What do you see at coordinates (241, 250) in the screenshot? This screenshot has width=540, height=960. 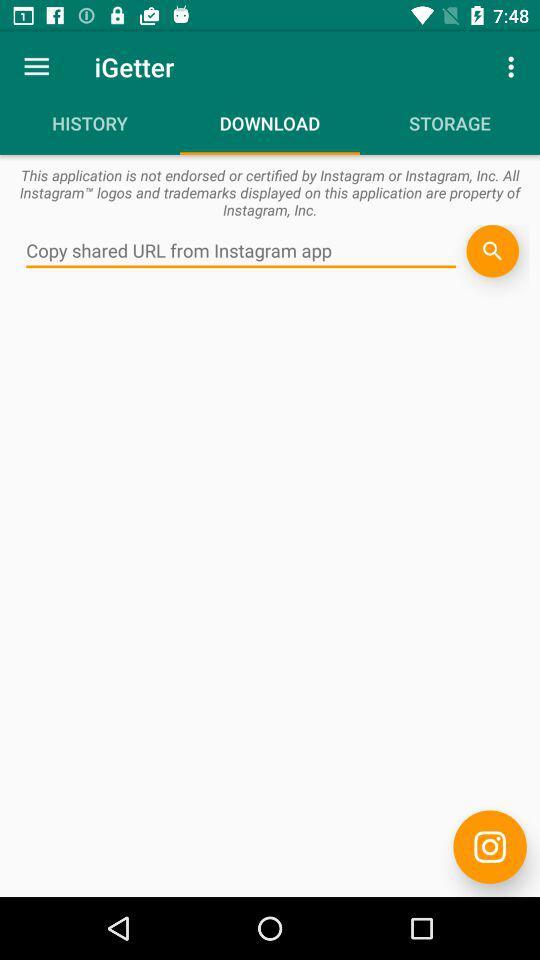 I see `look up url` at bounding box center [241, 250].